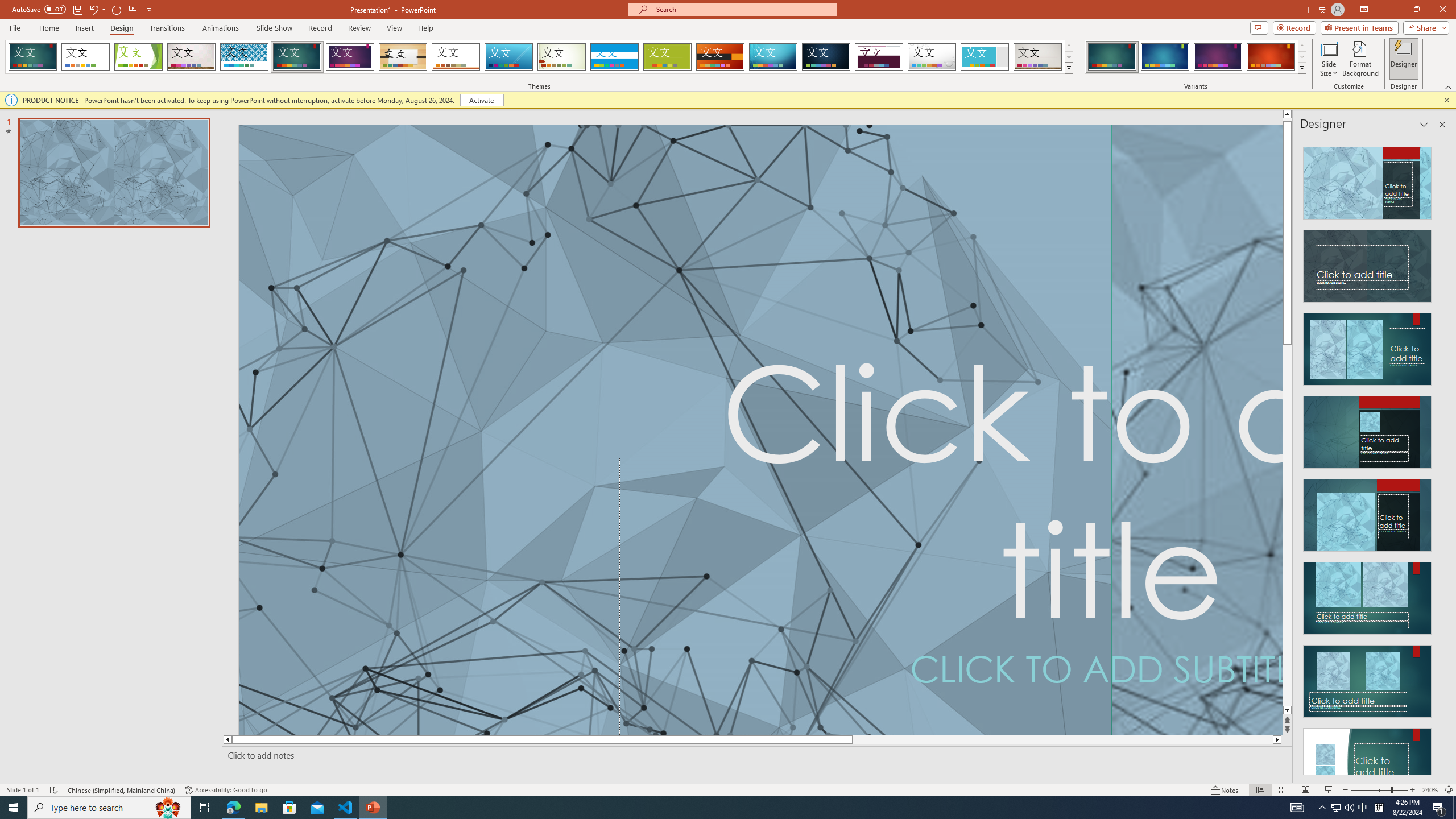 Image resolution: width=1456 pixels, height=819 pixels. Describe the element at coordinates (1259, 790) in the screenshot. I see `'Normal'` at that location.